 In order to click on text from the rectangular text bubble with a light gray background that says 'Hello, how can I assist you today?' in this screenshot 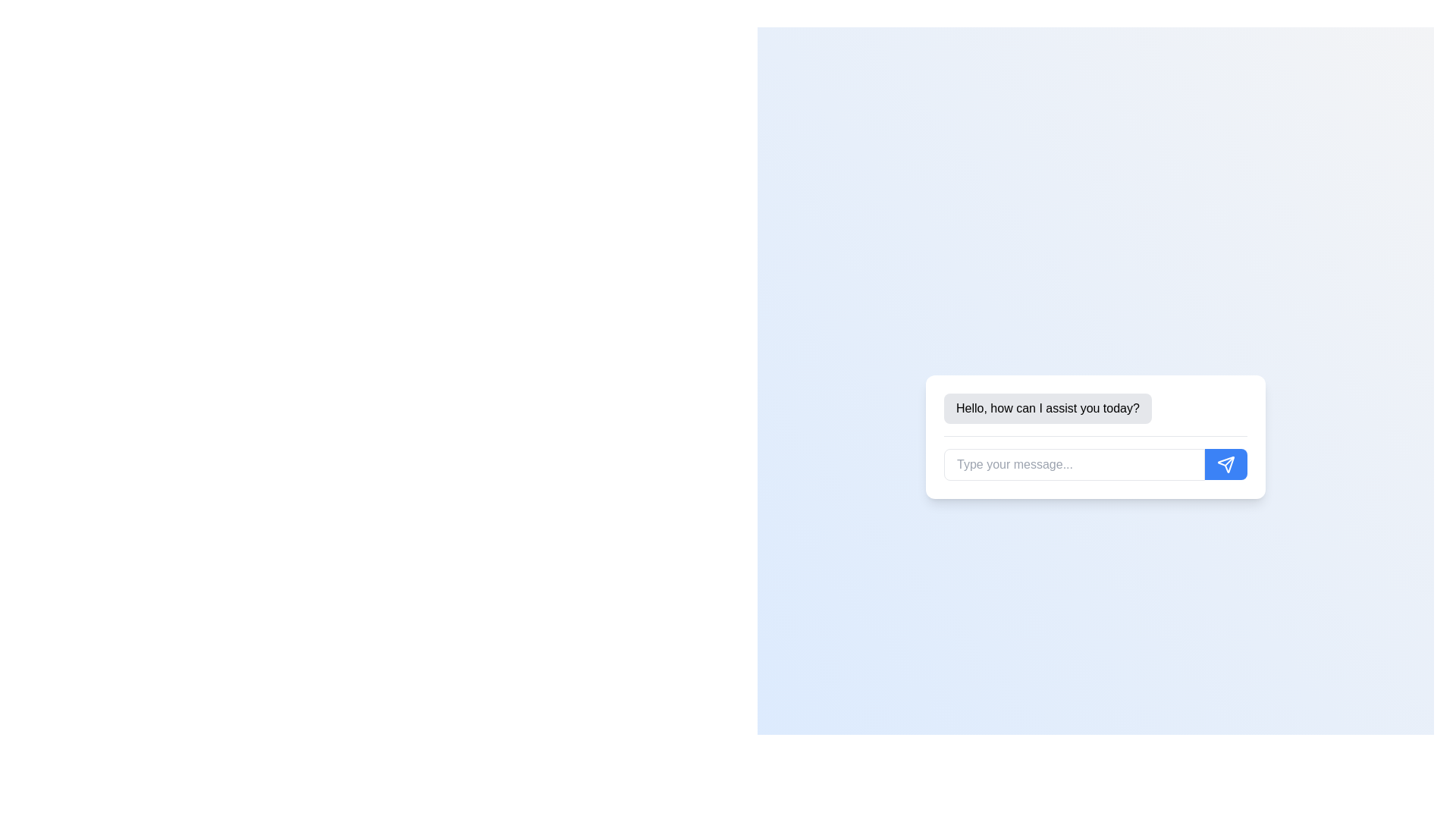, I will do `click(1047, 407)`.